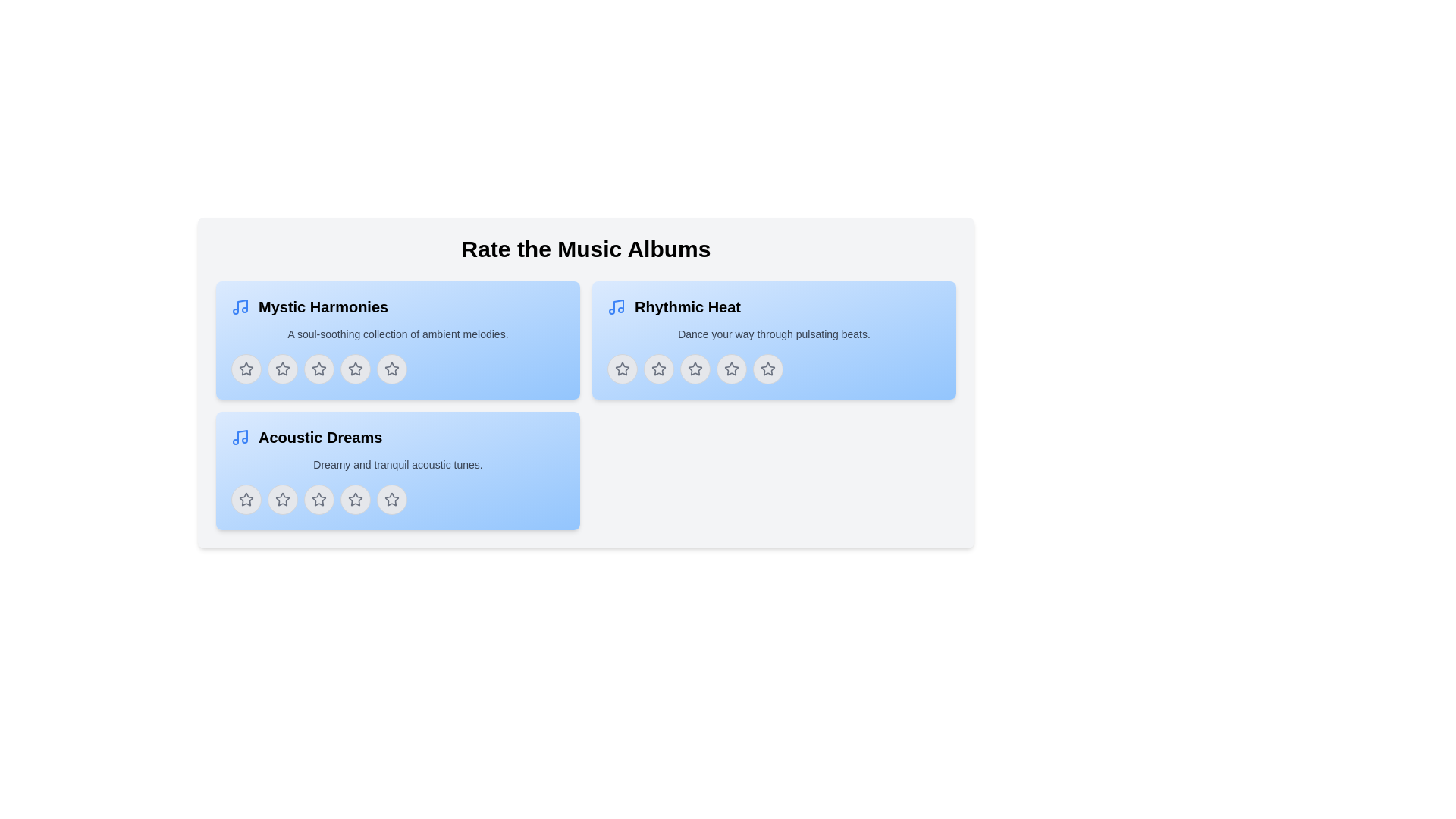  I want to click on the first gray star icon within the rating row for the album 'Rhythmic Heat' to assign a star rating, so click(622, 369).